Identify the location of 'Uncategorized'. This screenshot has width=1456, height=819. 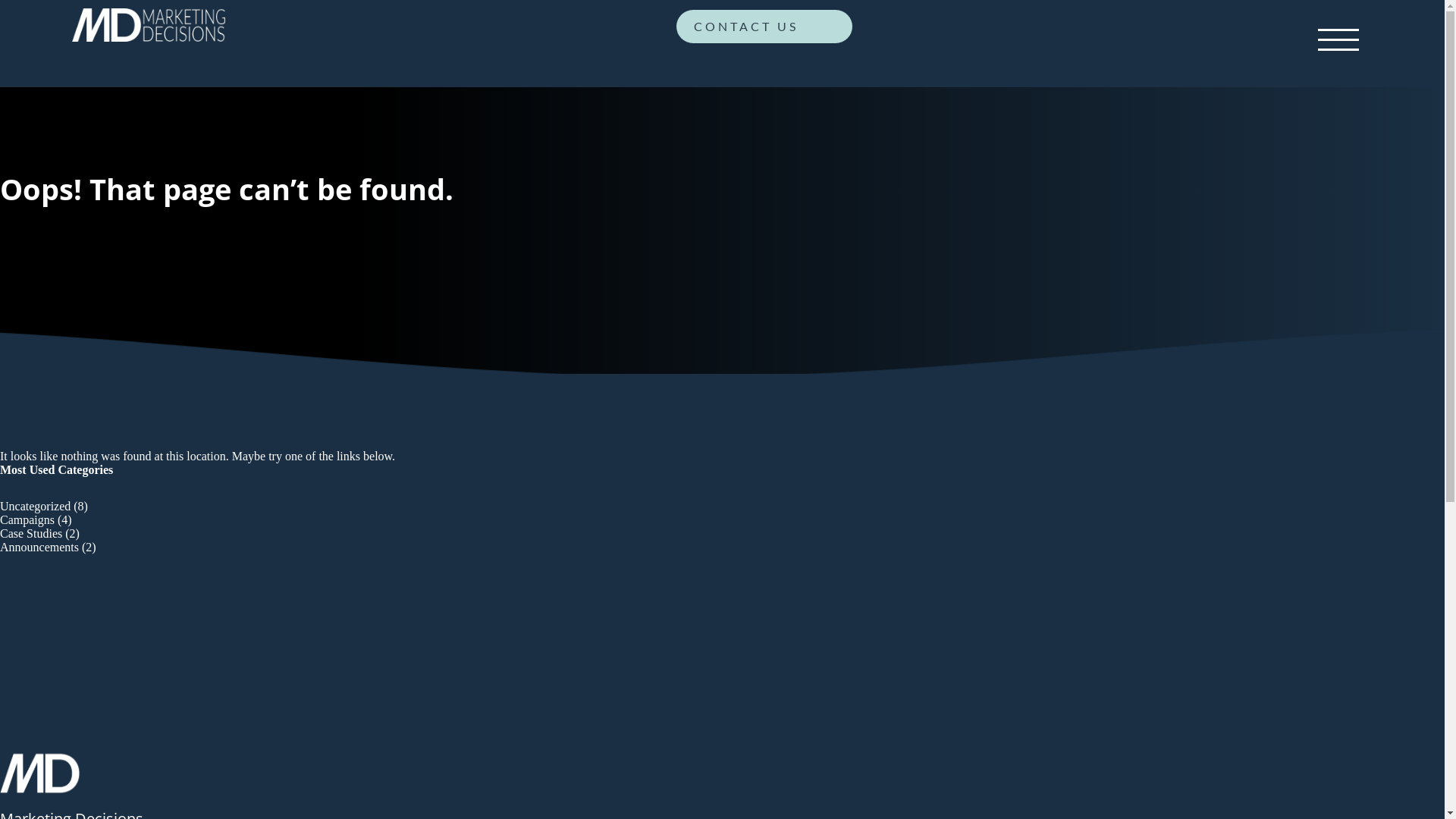
(35, 506).